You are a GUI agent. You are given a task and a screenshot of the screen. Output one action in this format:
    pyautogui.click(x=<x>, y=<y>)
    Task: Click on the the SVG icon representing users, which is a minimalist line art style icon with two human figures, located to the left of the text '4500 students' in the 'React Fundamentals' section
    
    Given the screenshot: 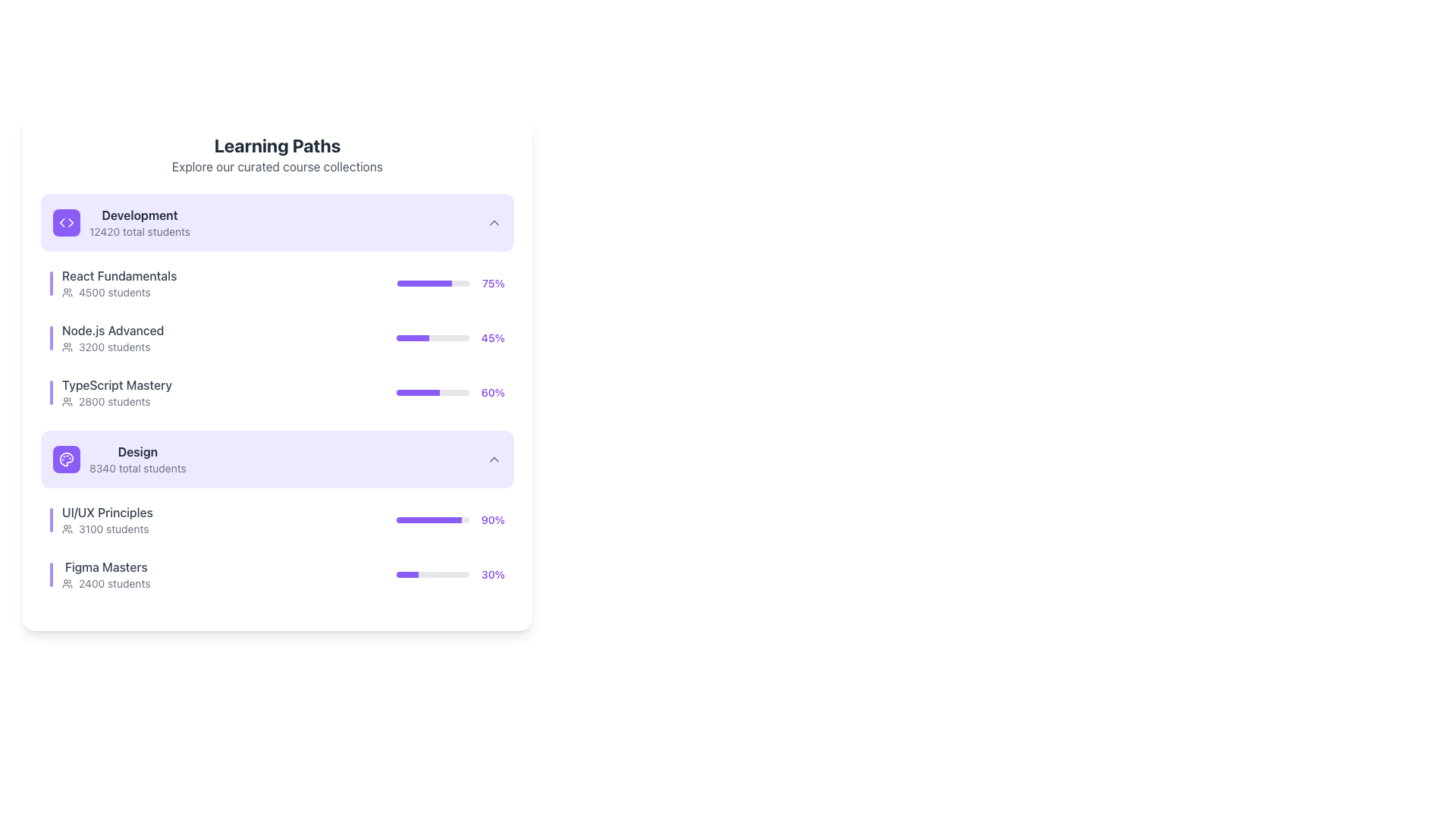 What is the action you would take?
    pyautogui.click(x=67, y=292)
    